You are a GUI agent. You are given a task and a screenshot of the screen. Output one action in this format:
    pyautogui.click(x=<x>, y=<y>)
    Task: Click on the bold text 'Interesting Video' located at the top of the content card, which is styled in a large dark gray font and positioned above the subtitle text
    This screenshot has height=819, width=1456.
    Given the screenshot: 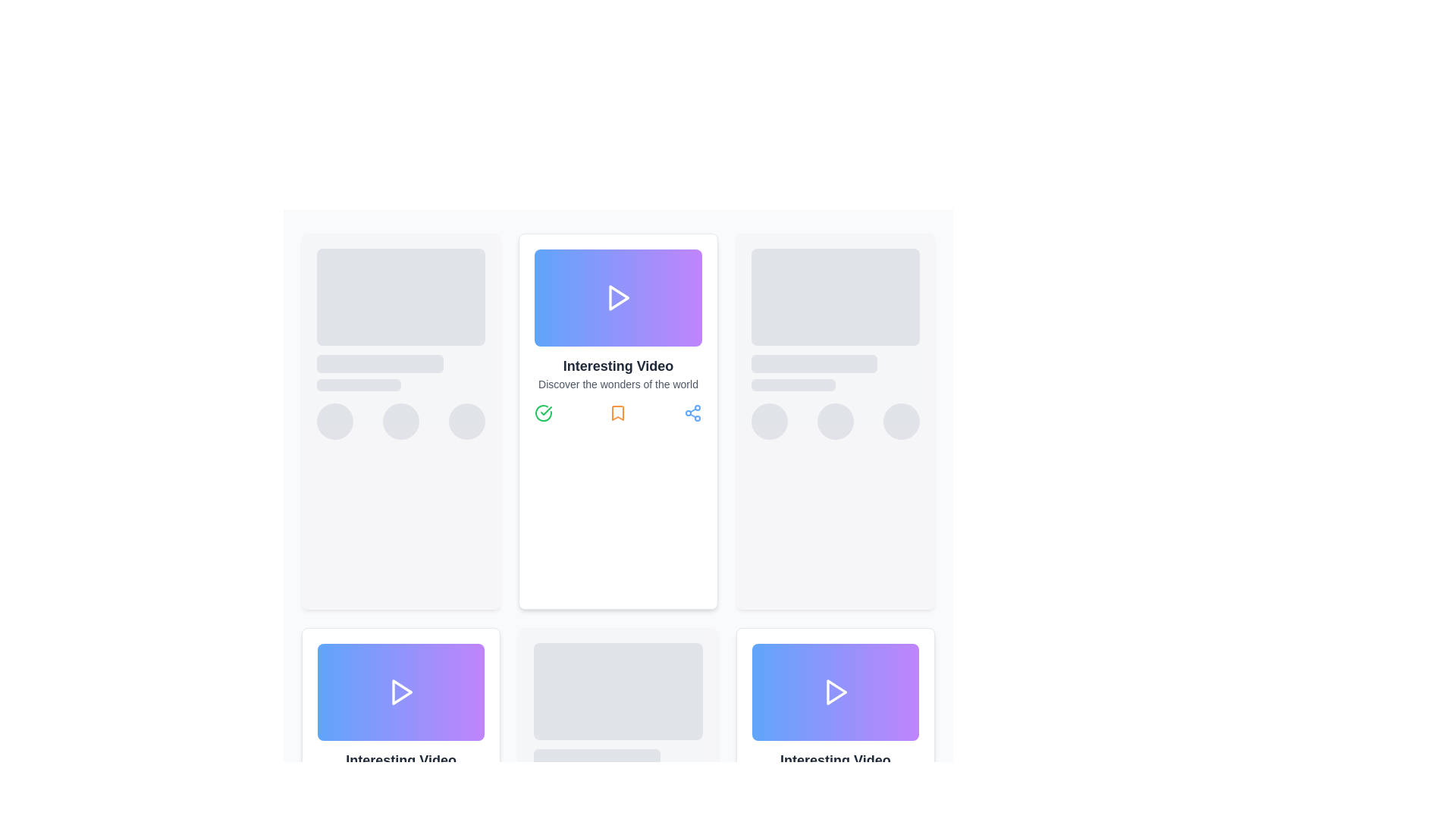 What is the action you would take?
    pyautogui.click(x=618, y=366)
    